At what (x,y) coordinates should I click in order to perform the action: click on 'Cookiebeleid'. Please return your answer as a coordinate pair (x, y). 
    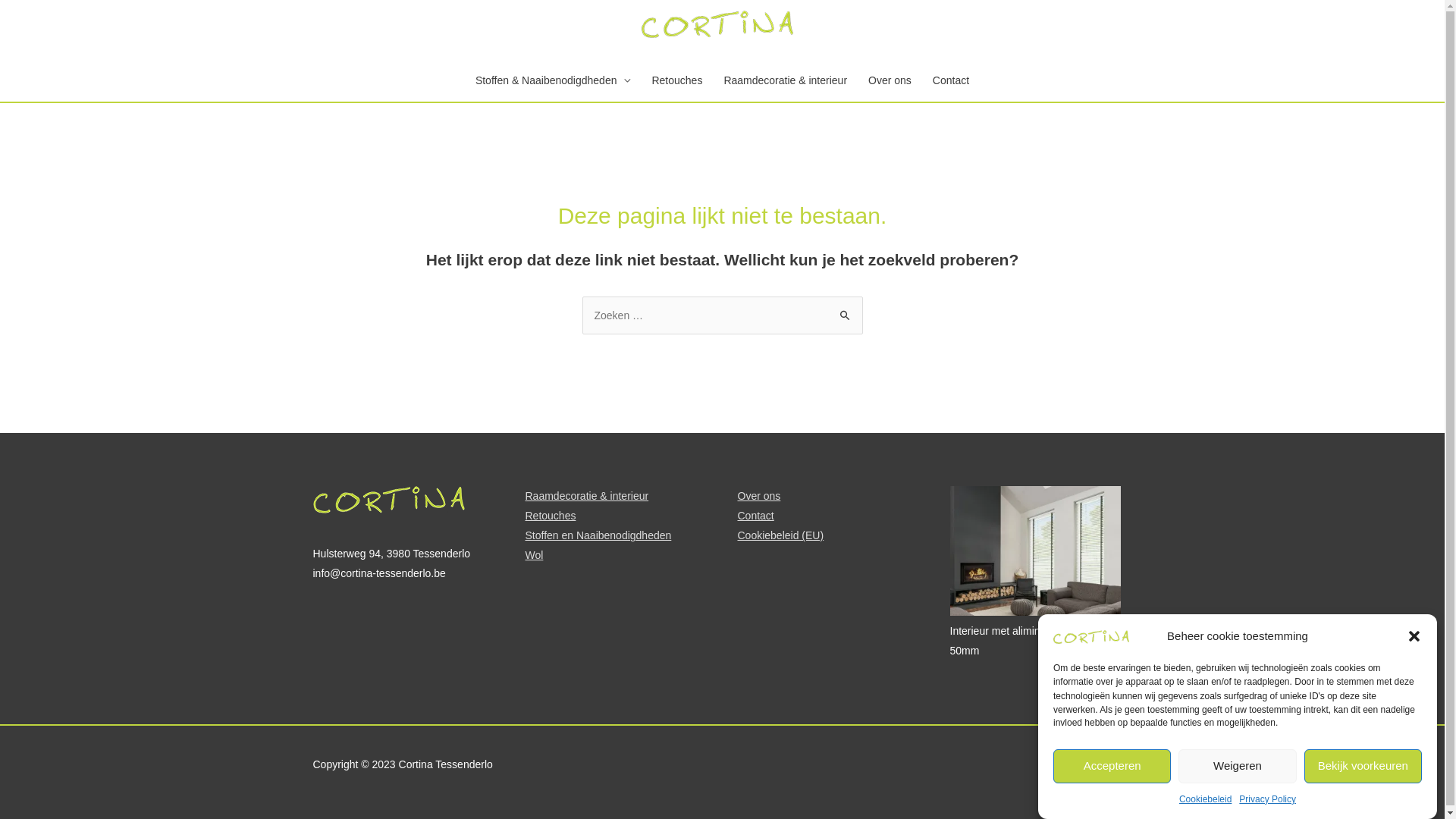
    Looking at the image, I should click on (1204, 798).